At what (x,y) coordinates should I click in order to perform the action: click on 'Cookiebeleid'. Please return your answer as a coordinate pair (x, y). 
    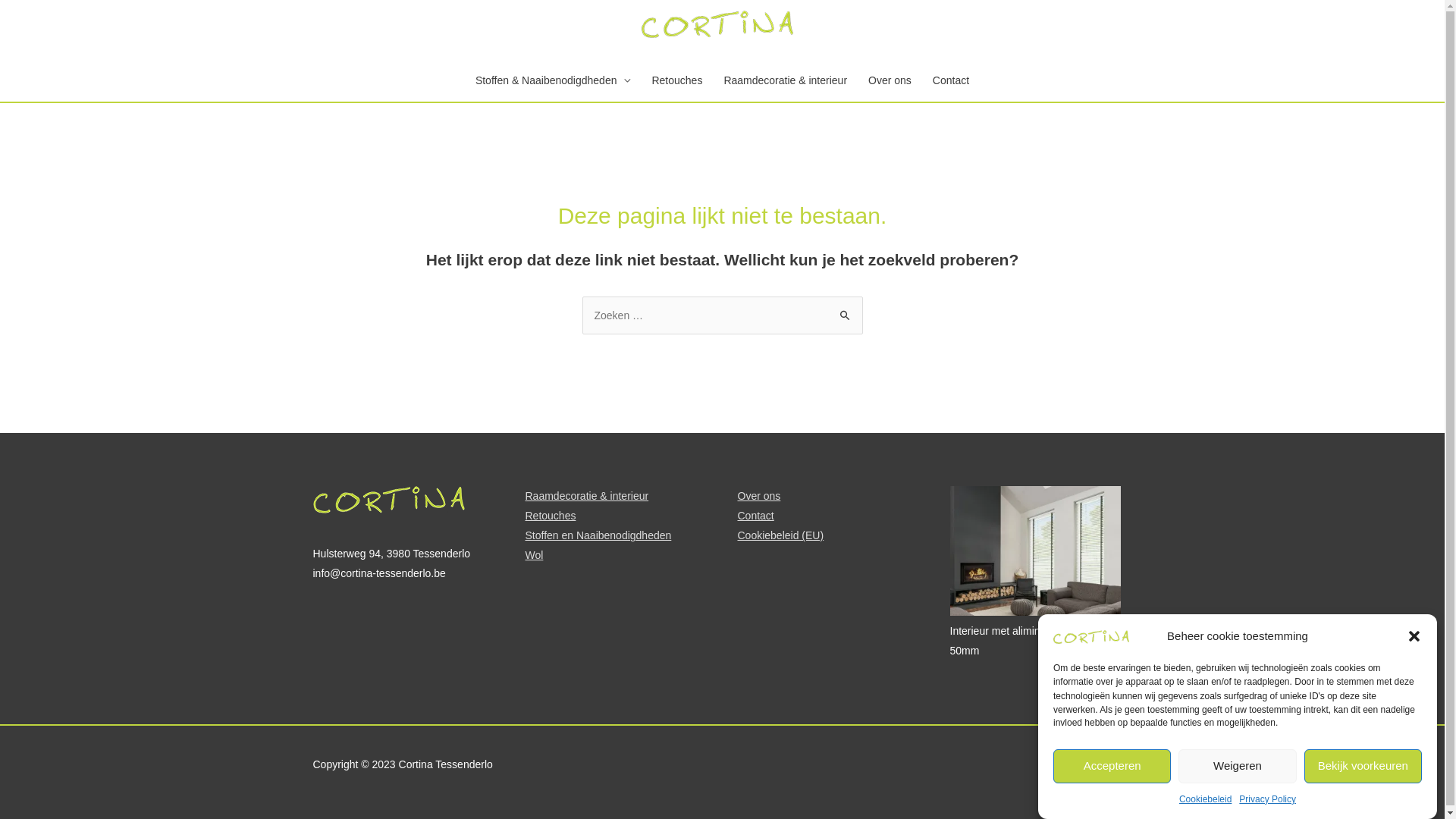
    Looking at the image, I should click on (1204, 798).